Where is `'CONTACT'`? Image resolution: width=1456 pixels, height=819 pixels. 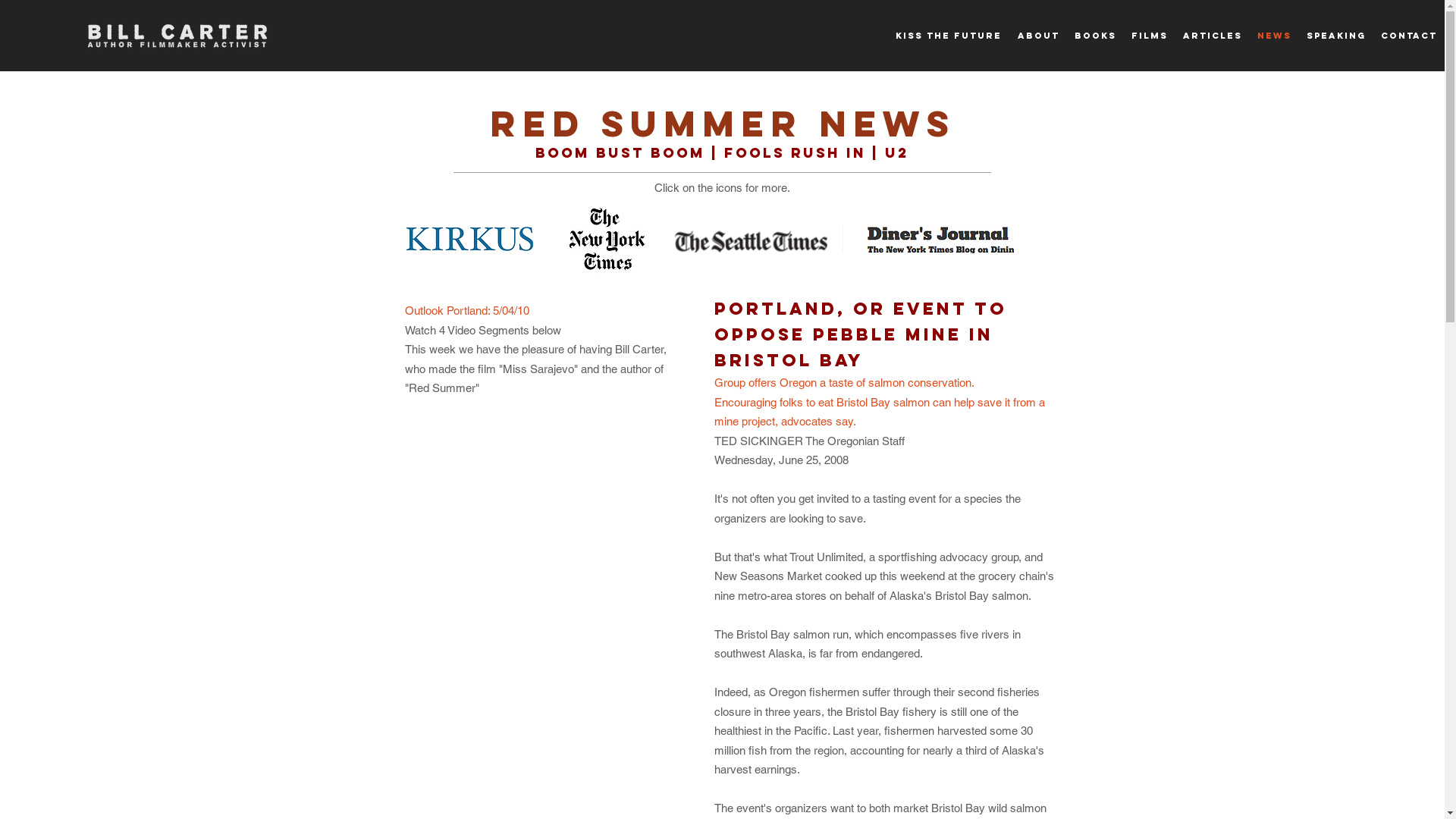 'CONTACT' is located at coordinates (1407, 34).